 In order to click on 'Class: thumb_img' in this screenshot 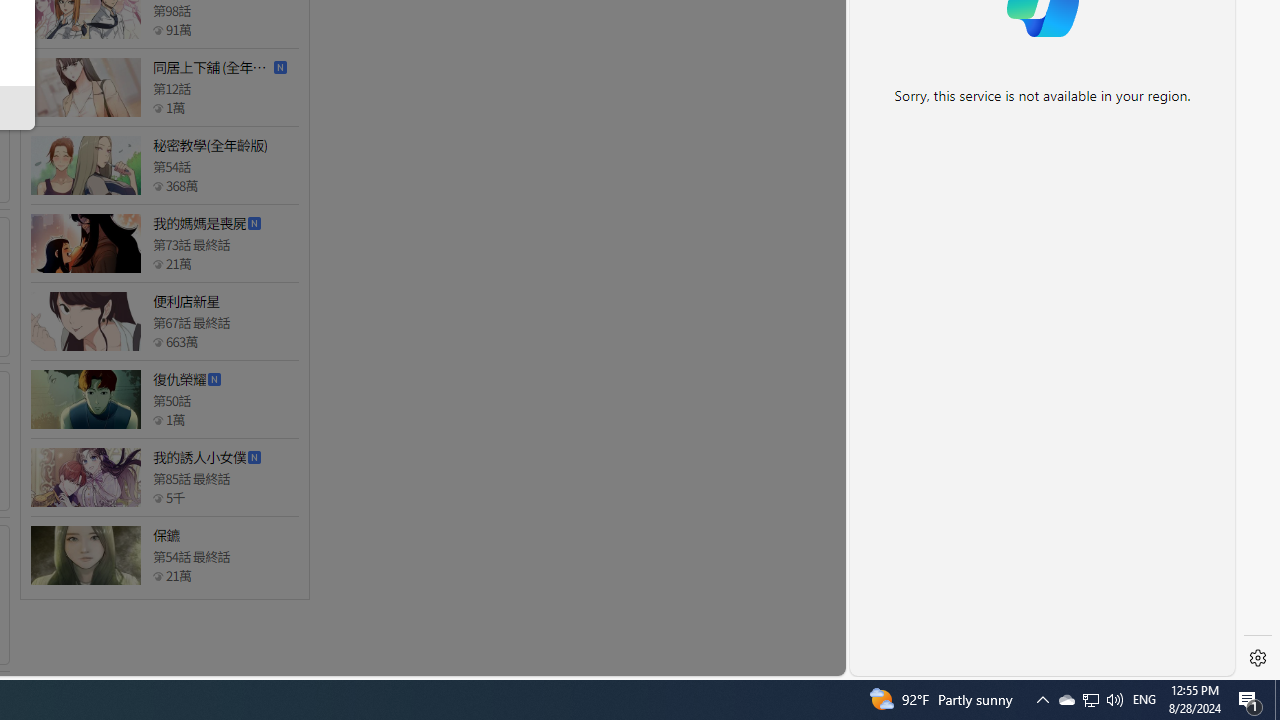, I will do `click(84, 555)`.